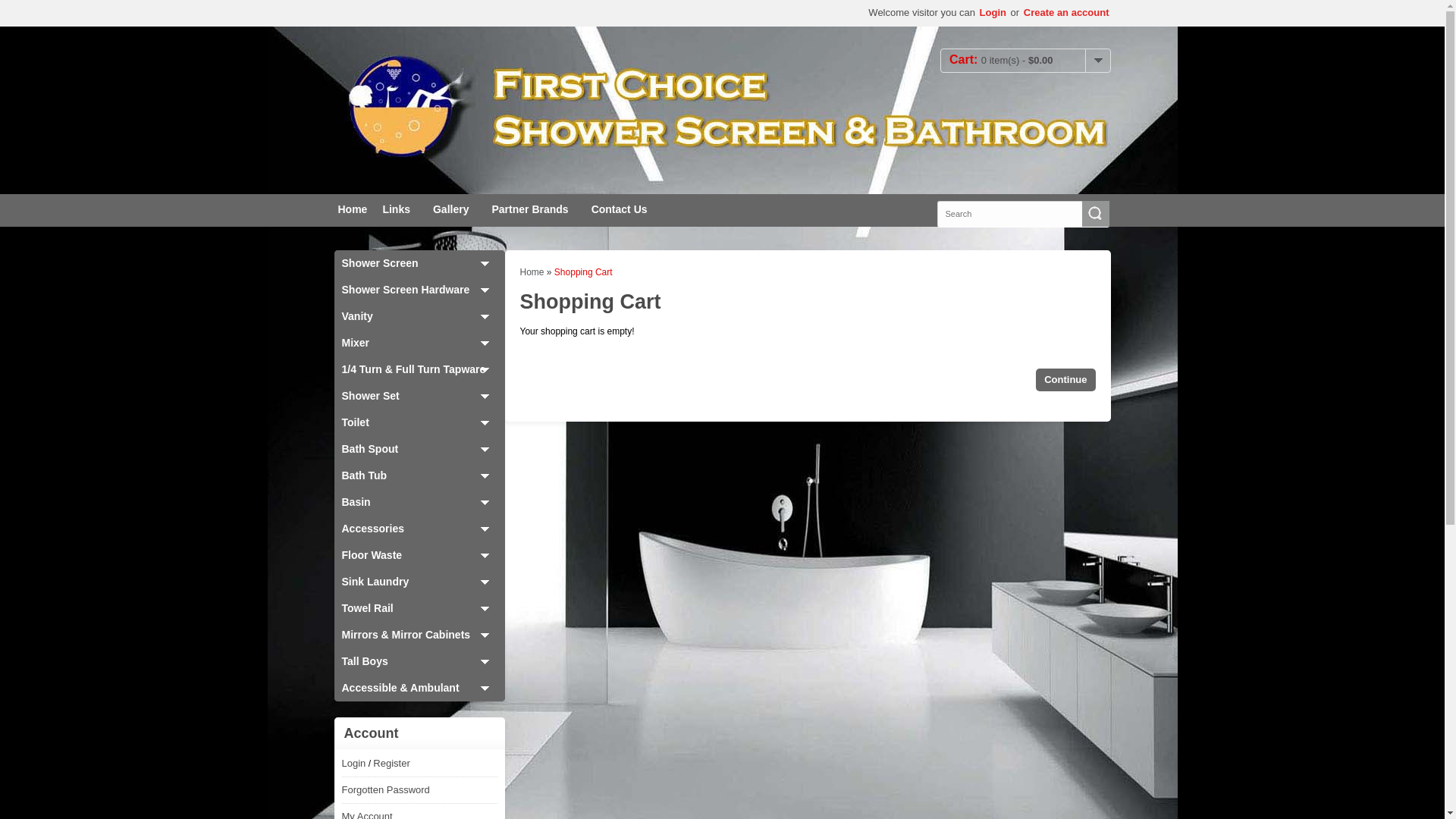 The width and height of the screenshot is (1456, 819). What do you see at coordinates (419, 528) in the screenshot?
I see `'Accessories'` at bounding box center [419, 528].